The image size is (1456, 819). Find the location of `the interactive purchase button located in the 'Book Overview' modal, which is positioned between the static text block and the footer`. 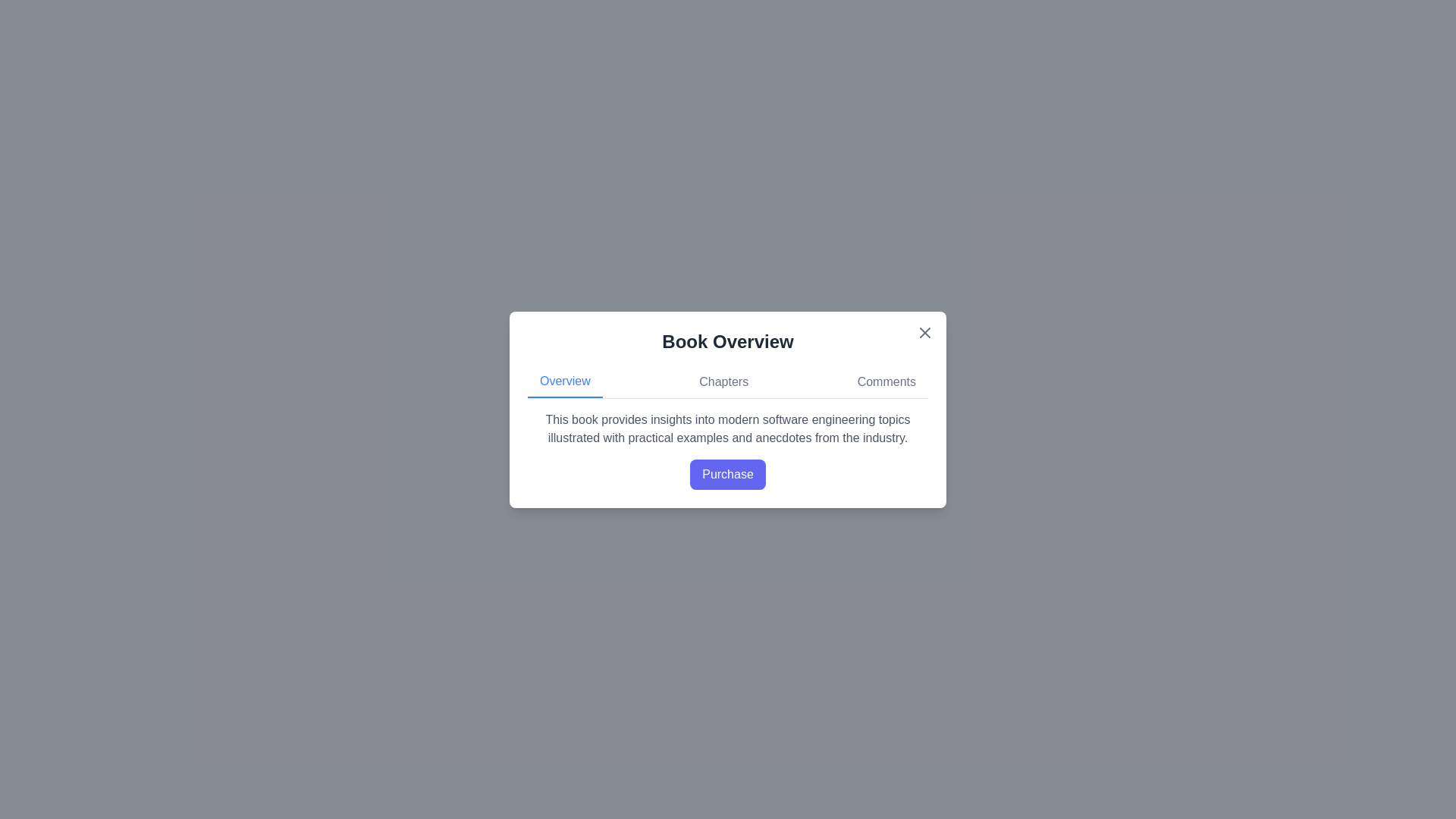

the interactive purchase button located in the 'Book Overview' modal, which is positioned between the static text block and the footer is located at coordinates (728, 449).